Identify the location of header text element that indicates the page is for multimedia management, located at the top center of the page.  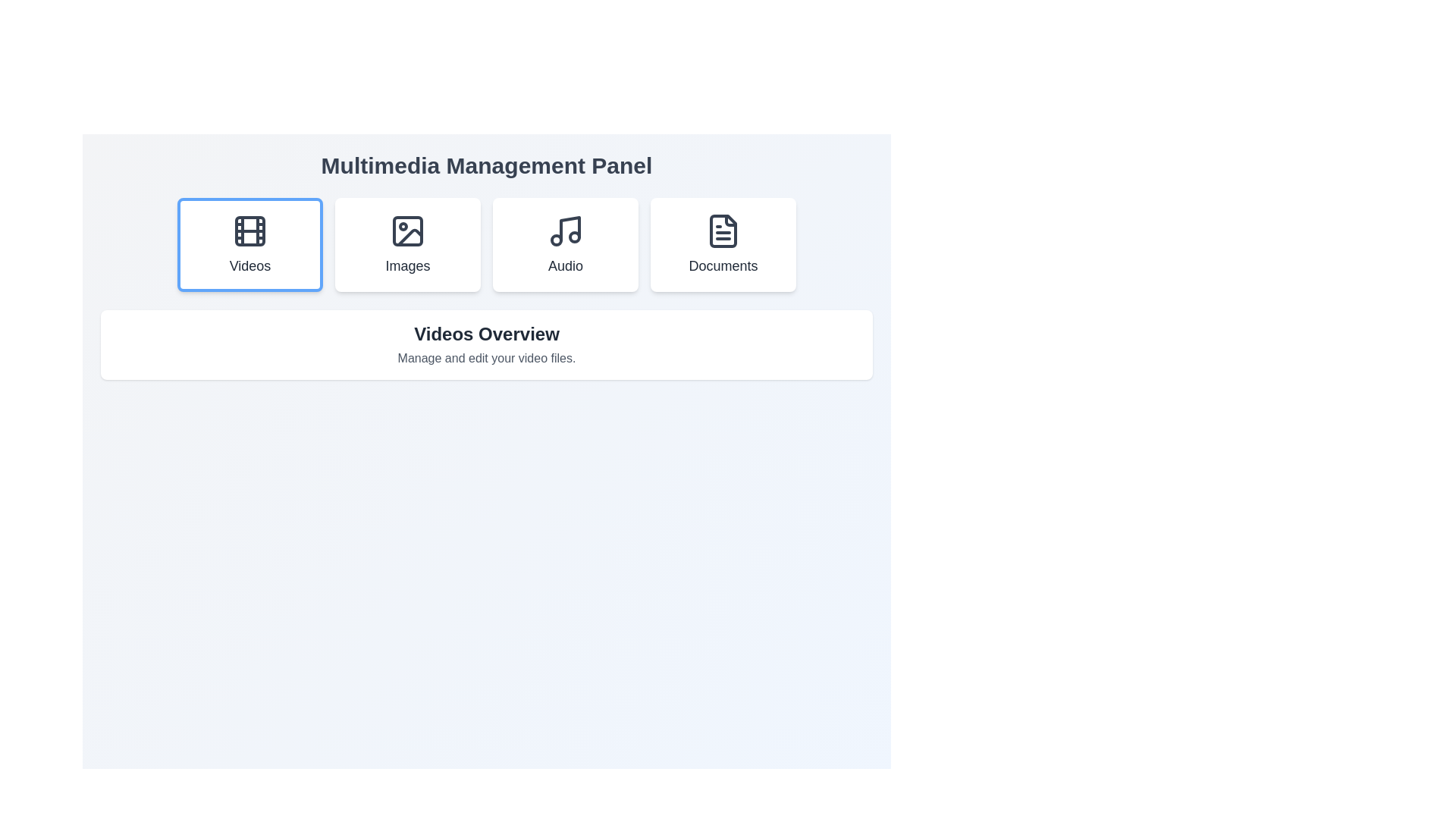
(487, 166).